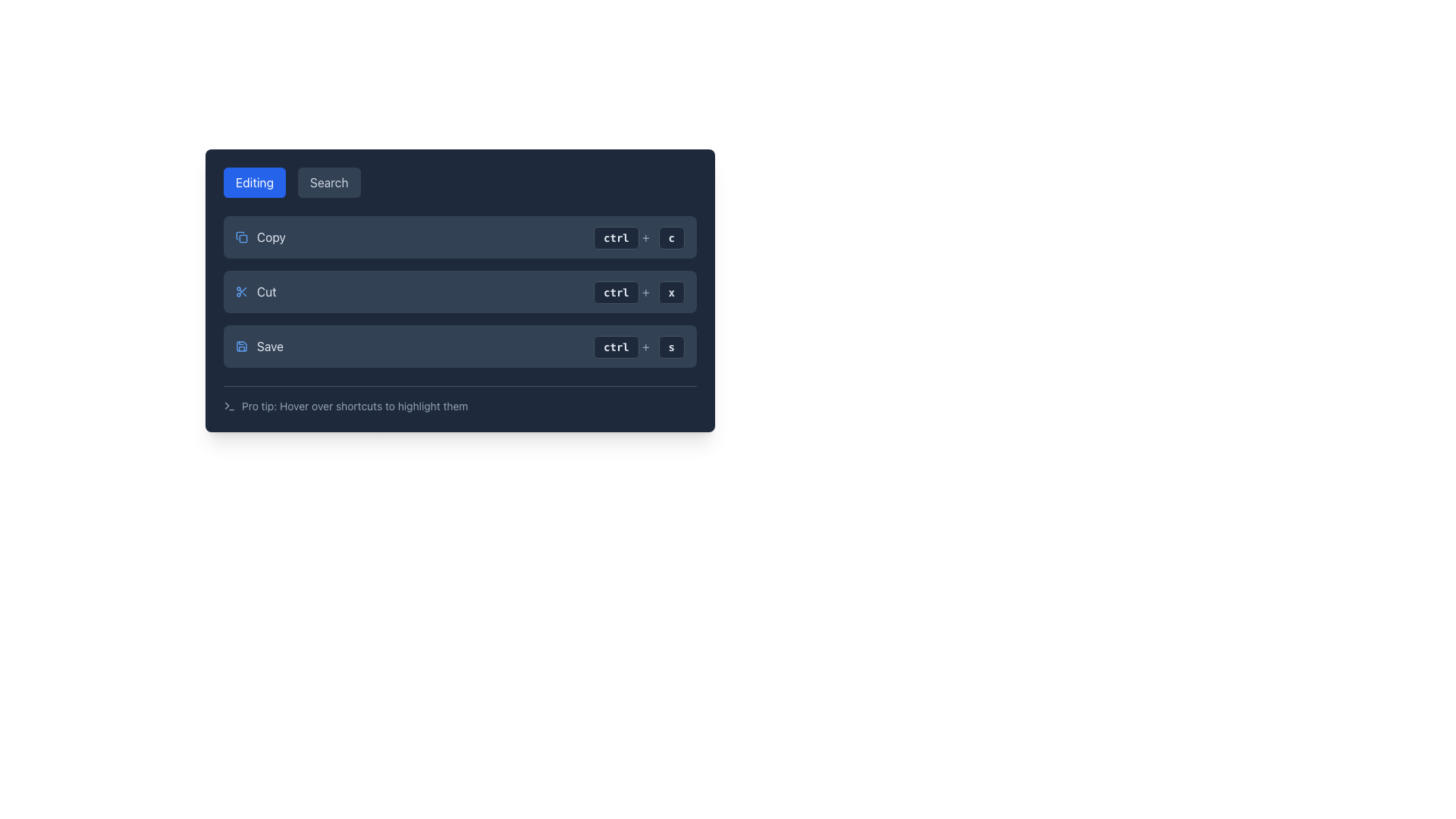 The image size is (1456, 819). Describe the element at coordinates (270, 346) in the screenshot. I see `the static text label reading 'Save', which is styled in a light color against a dark background and is positioned at the bottom row of the displayed menu options` at that location.